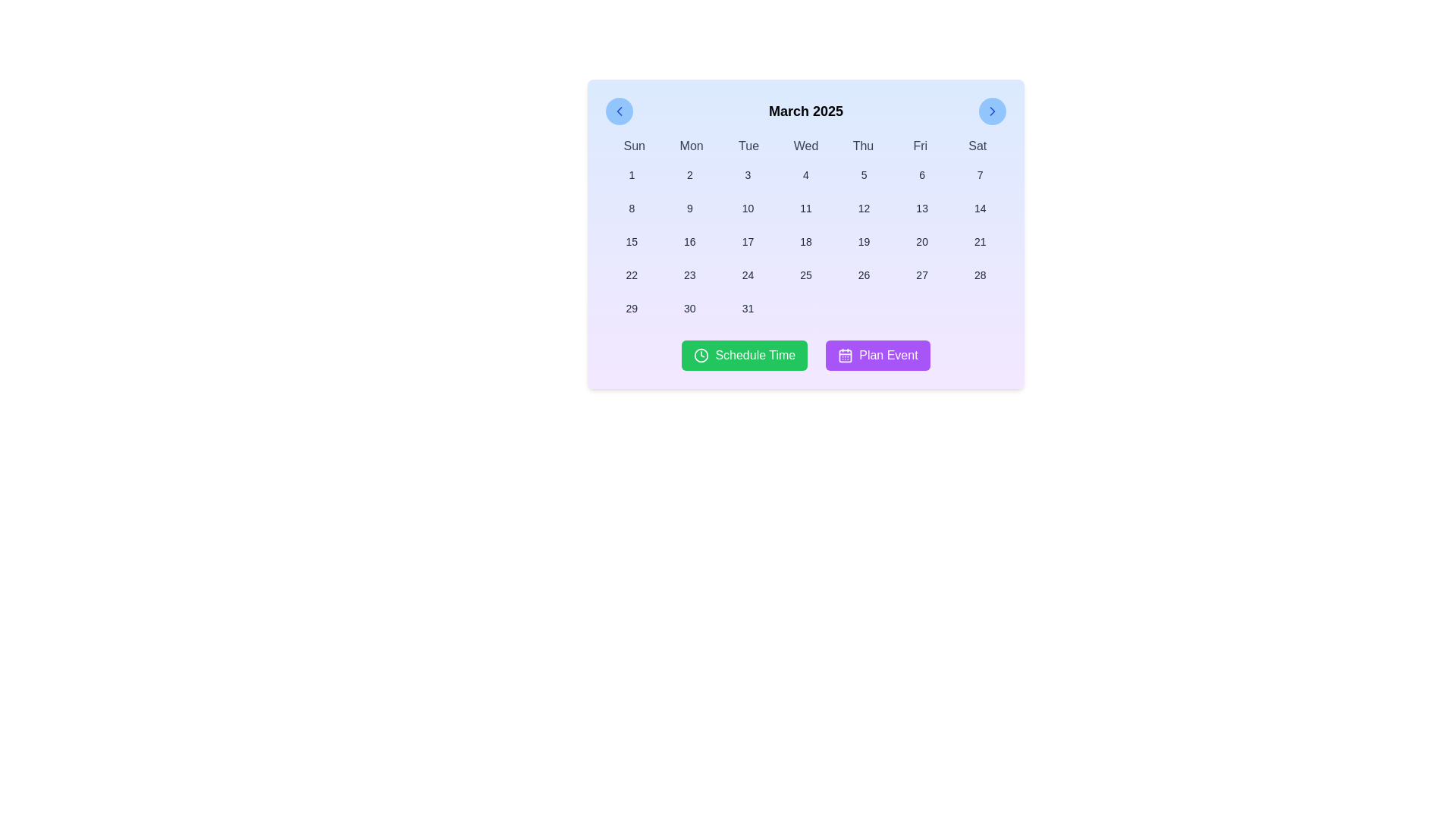 Image resolution: width=1456 pixels, height=819 pixels. What do you see at coordinates (689, 308) in the screenshot?
I see `the small rectangular button labeled '30' in the calendar grid to visualize its hover effects` at bounding box center [689, 308].